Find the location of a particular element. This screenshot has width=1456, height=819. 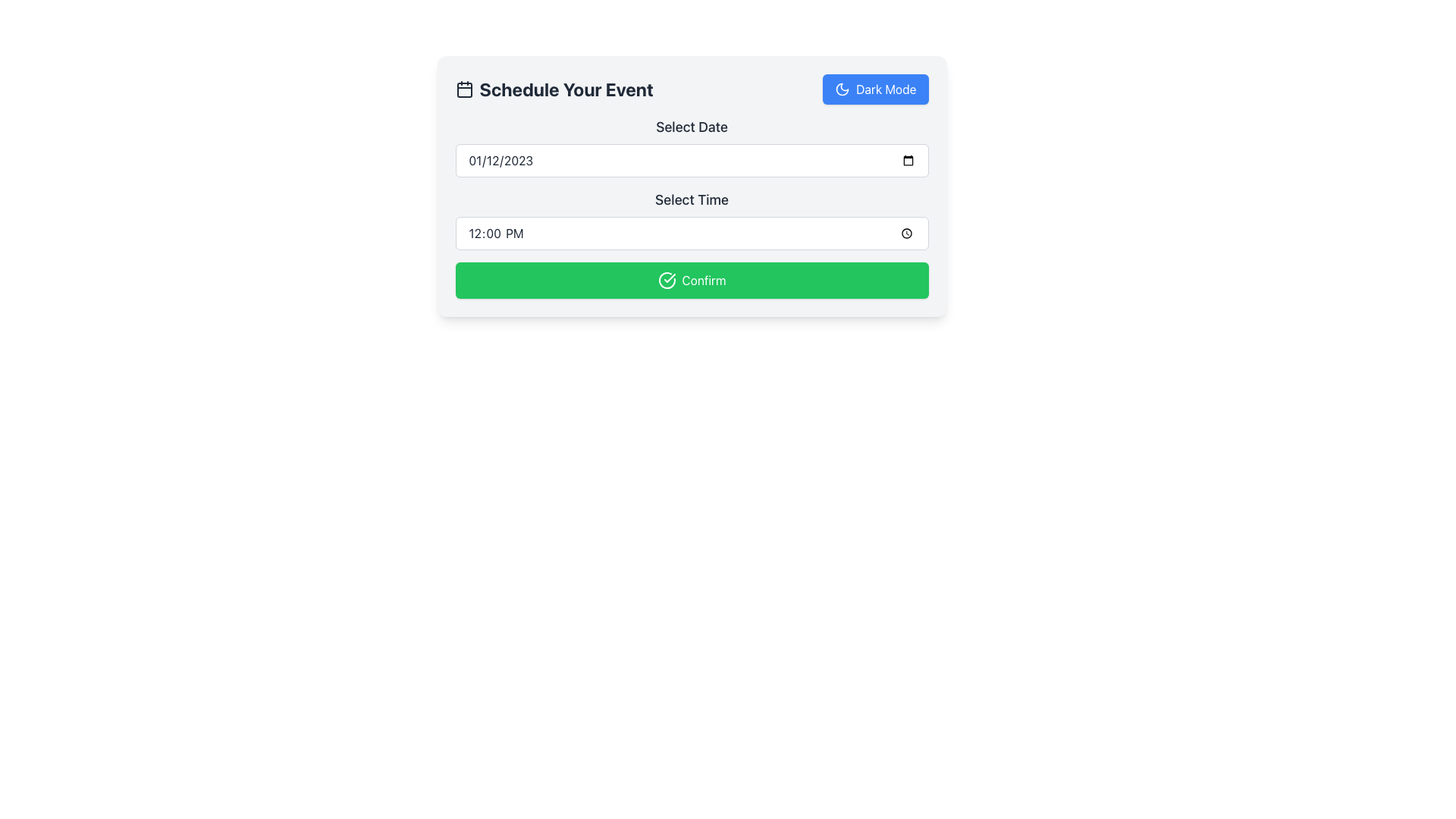

the dark mode toggle button that contains the crescent moon-shaped SVG graphic is located at coordinates (842, 89).